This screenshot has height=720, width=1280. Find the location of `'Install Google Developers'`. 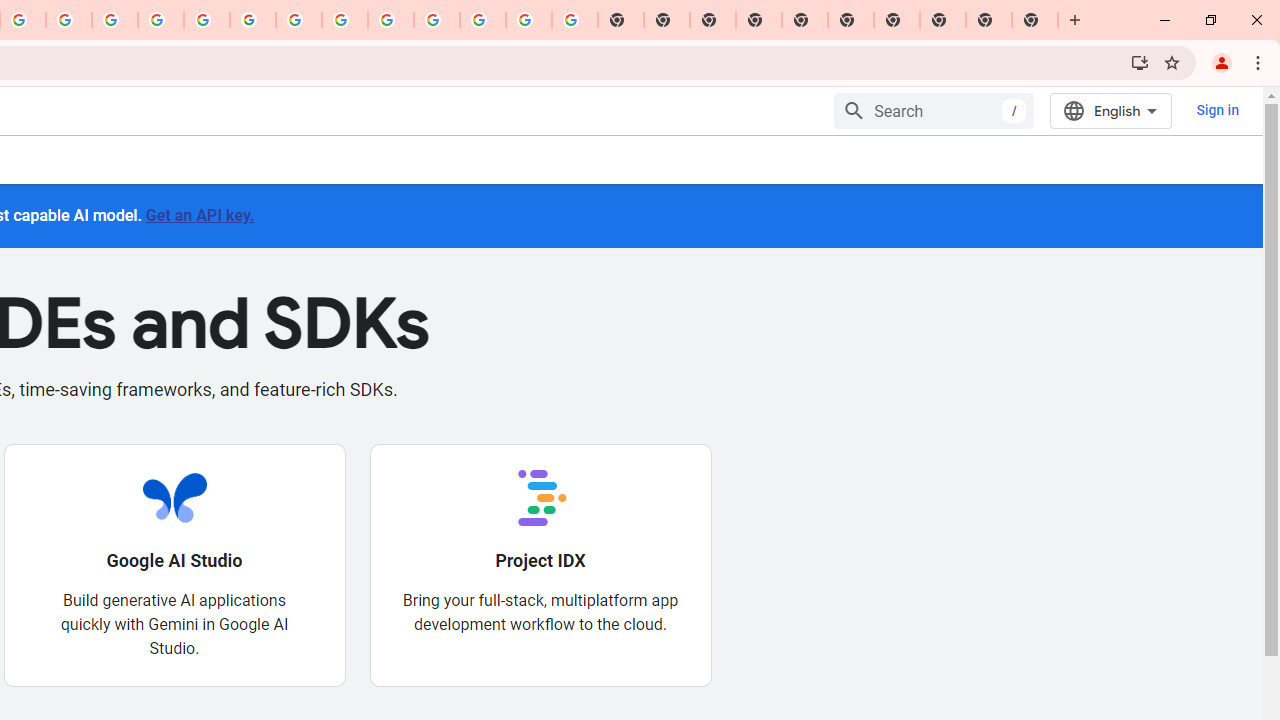

'Install Google Developers' is located at coordinates (1139, 61).